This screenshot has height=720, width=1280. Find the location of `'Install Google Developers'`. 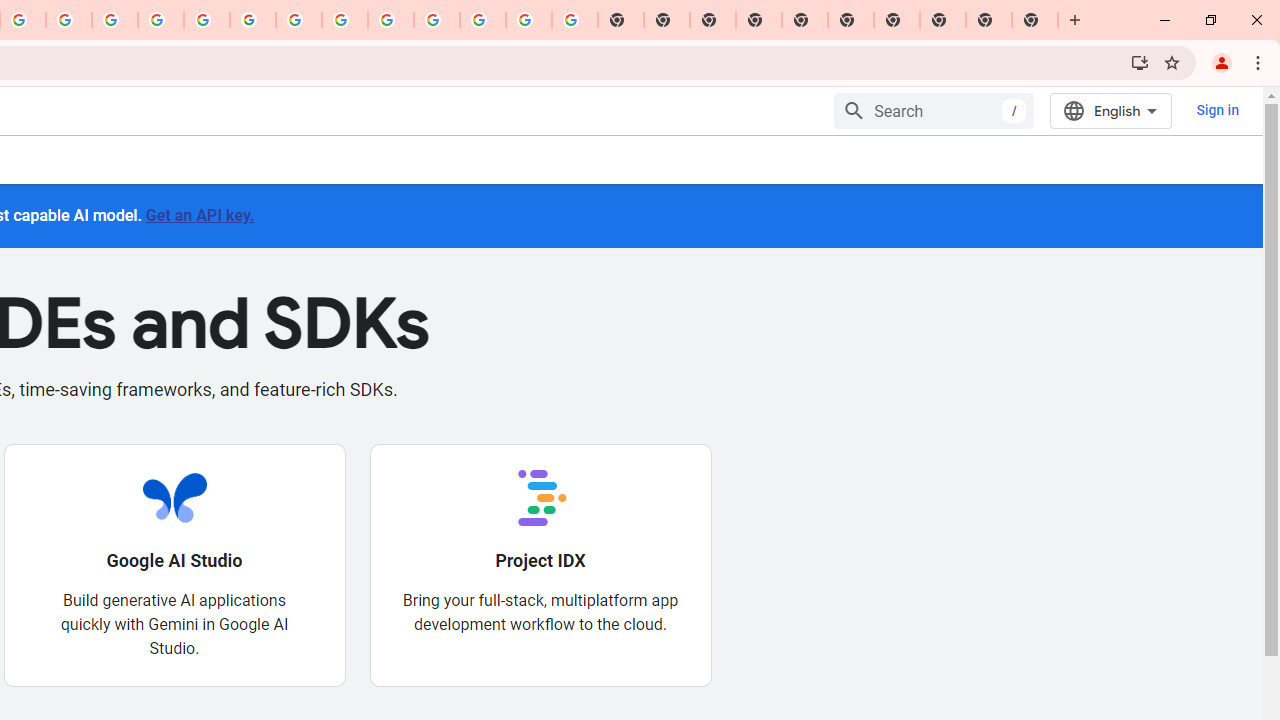

'Install Google Developers' is located at coordinates (1139, 61).